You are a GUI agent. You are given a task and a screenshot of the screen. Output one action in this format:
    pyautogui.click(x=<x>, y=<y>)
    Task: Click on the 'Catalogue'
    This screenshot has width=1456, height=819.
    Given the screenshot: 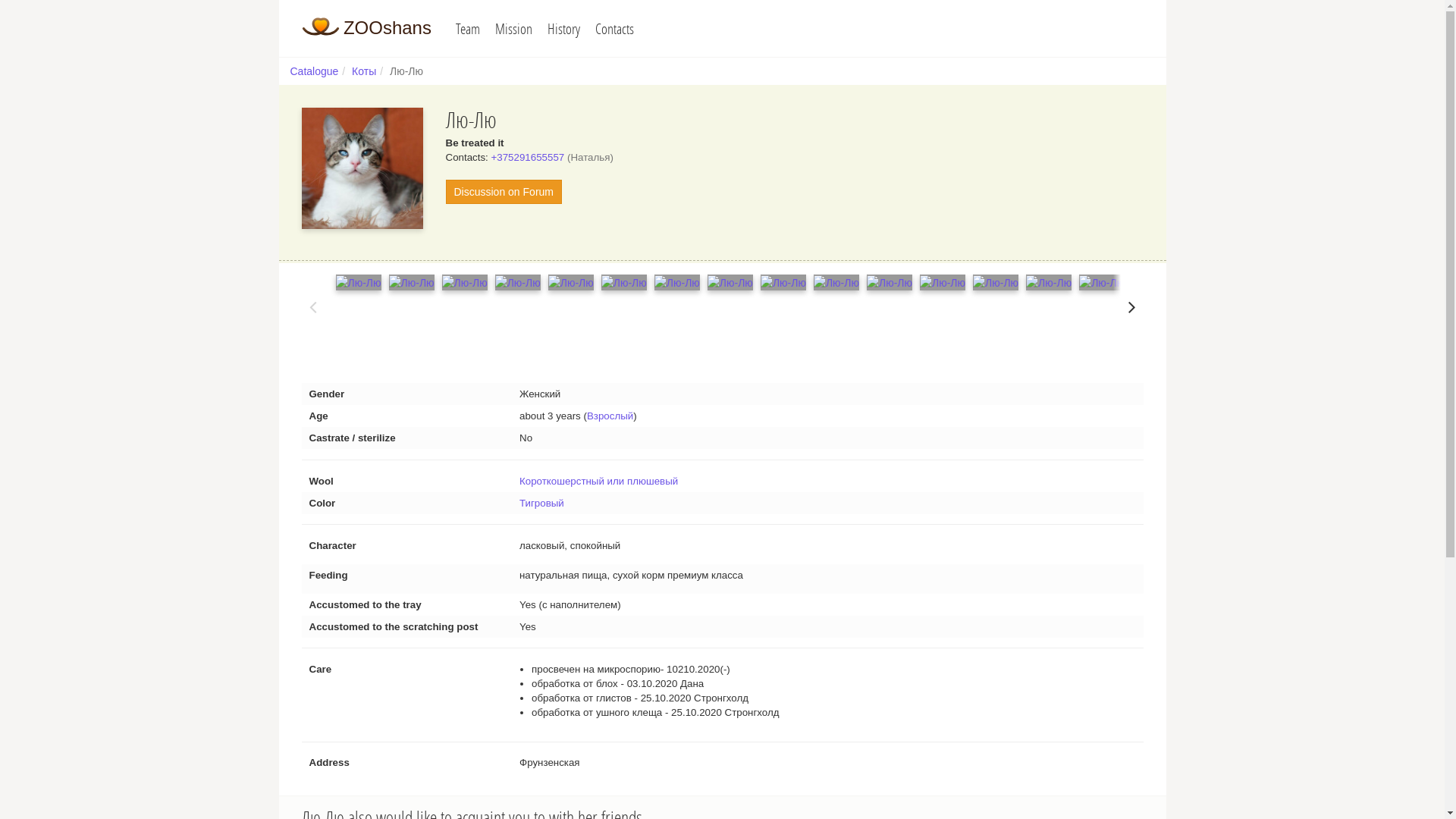 What is the action you would take?
    pyautogui.click(x=312, y=71)
    